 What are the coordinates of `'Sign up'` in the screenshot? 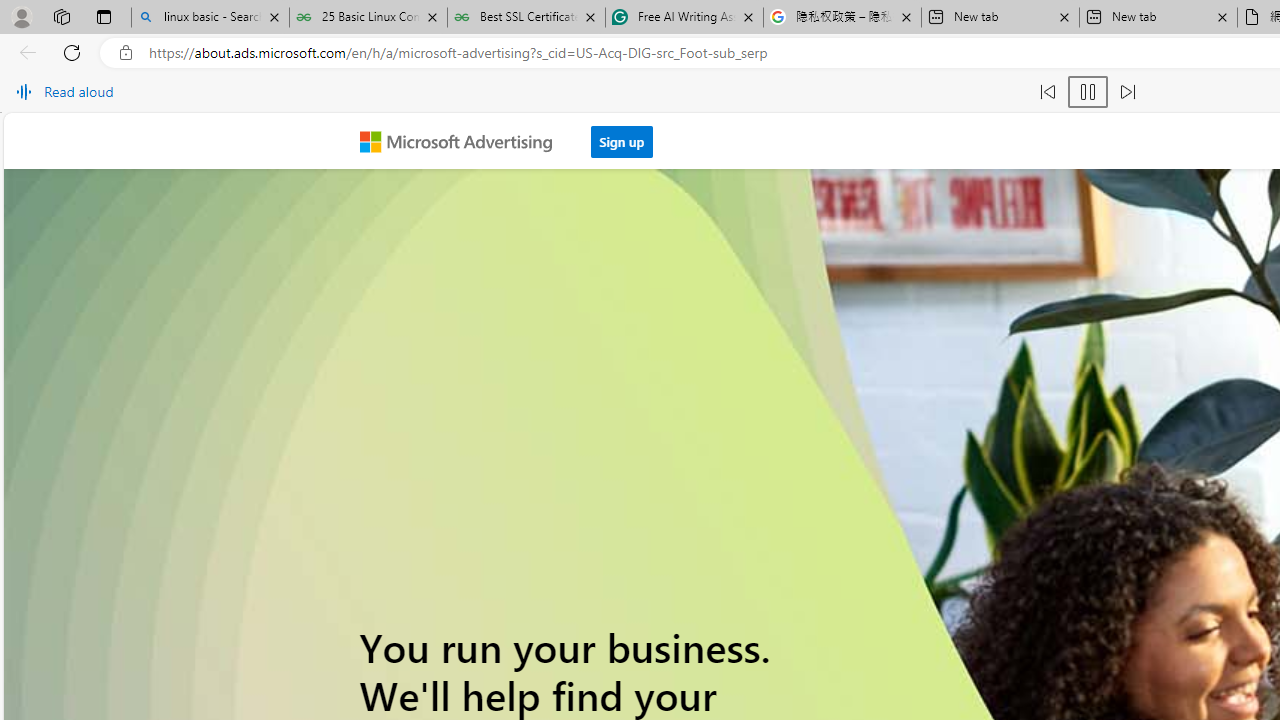 It's located at (621, 135).